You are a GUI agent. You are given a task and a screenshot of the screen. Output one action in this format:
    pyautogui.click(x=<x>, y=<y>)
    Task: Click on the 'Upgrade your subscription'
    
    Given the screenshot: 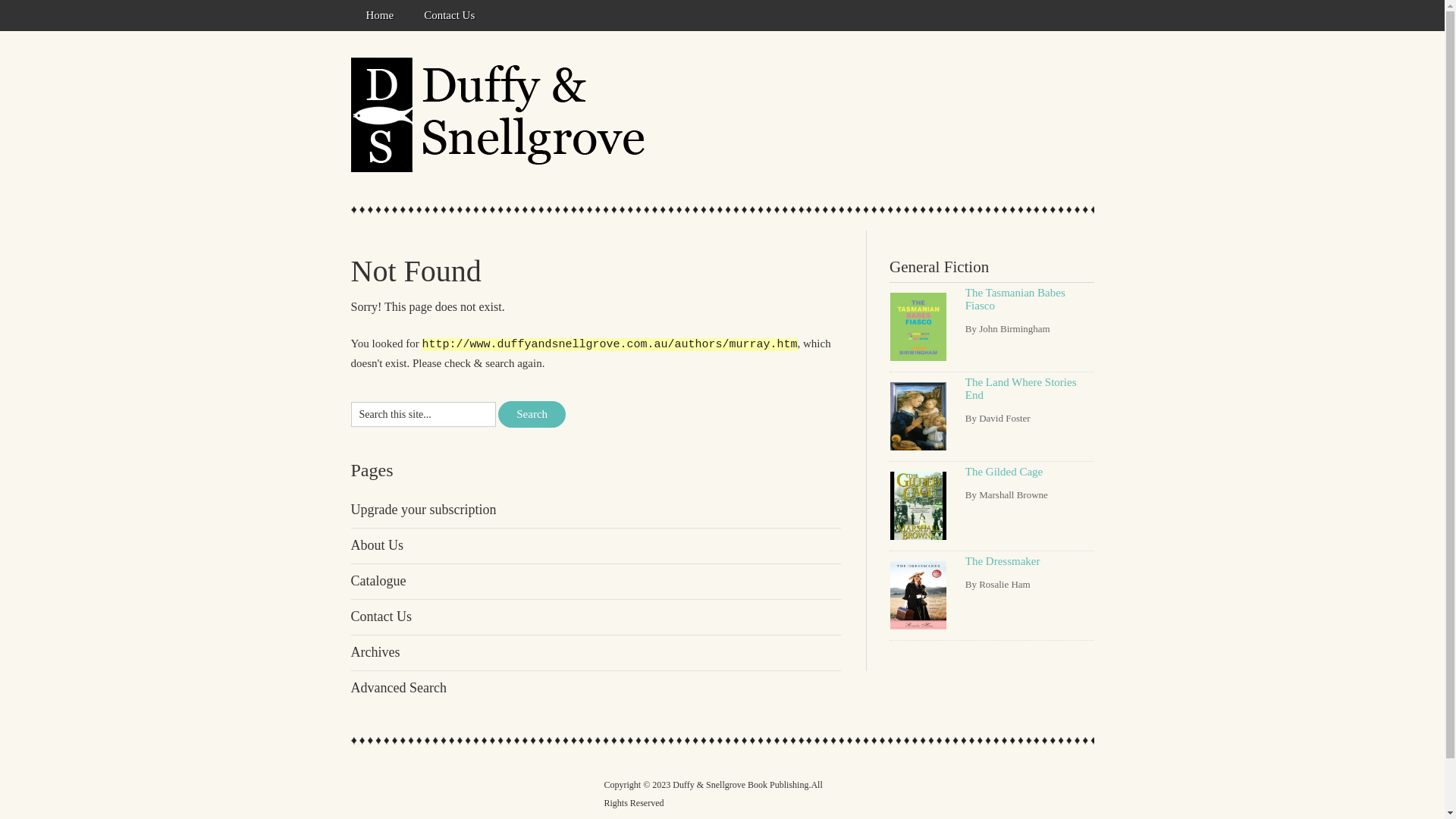 What is the action you would take?
    pyautogui.click(x=422, y=509)
    